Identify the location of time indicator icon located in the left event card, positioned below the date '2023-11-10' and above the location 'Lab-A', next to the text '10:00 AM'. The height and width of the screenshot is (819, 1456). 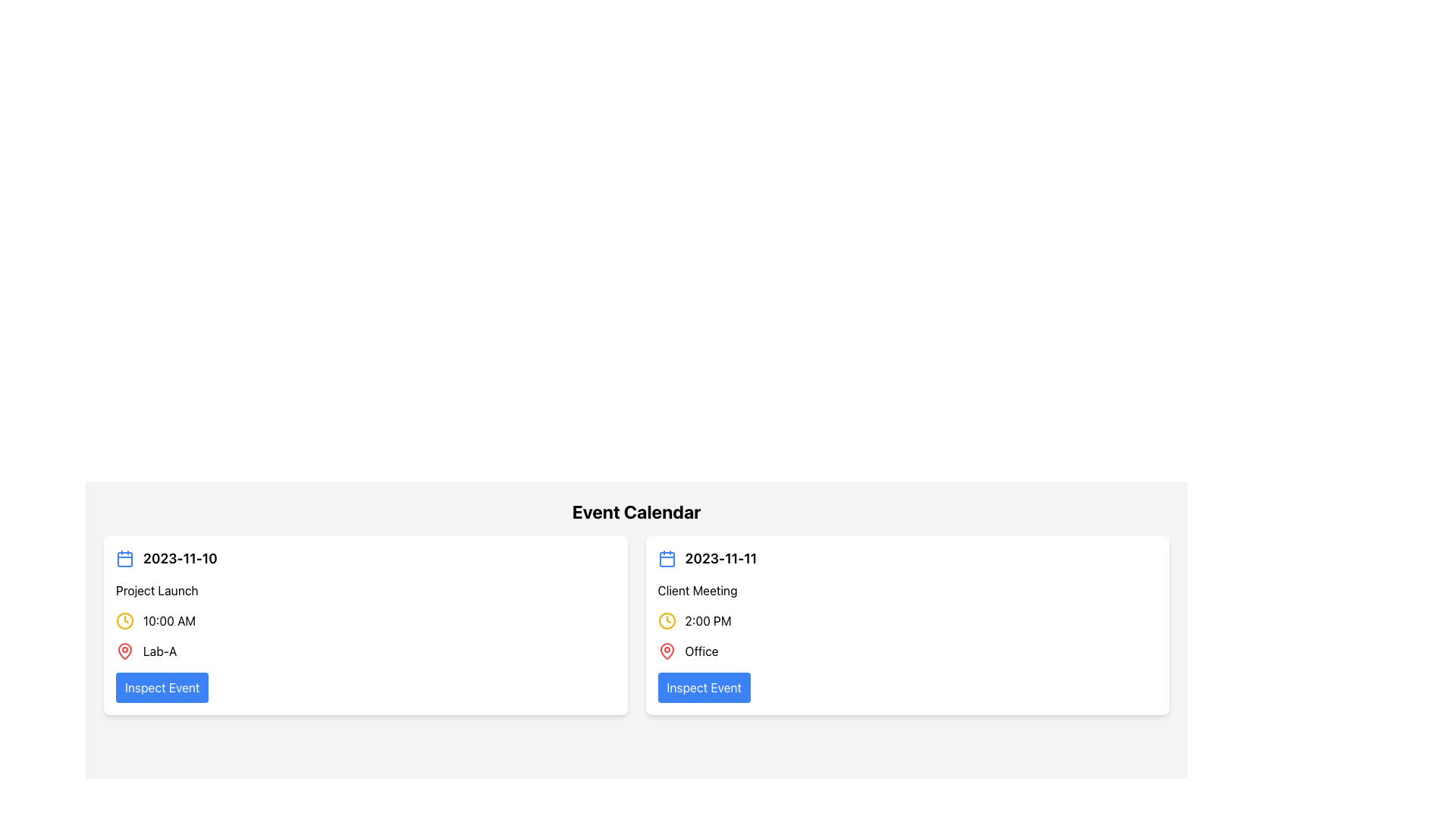
(124, 620).